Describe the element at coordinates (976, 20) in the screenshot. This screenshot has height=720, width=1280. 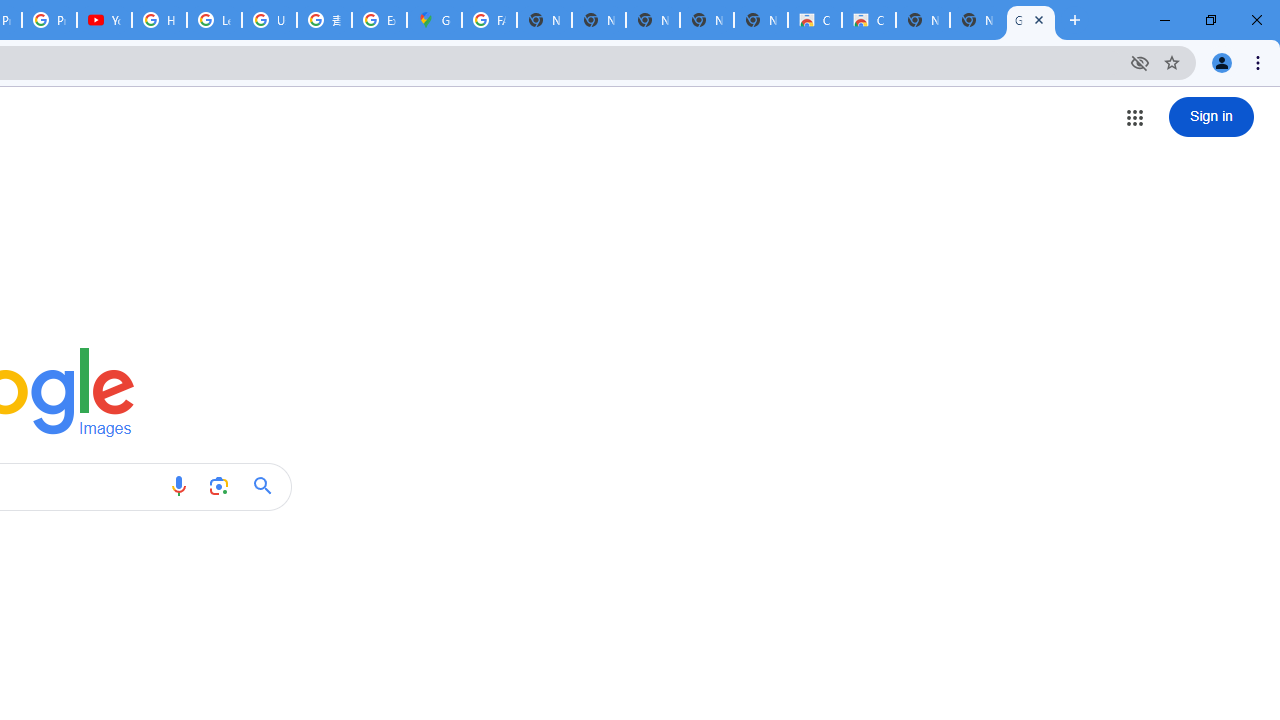
I see `'New Tab'` at that location.